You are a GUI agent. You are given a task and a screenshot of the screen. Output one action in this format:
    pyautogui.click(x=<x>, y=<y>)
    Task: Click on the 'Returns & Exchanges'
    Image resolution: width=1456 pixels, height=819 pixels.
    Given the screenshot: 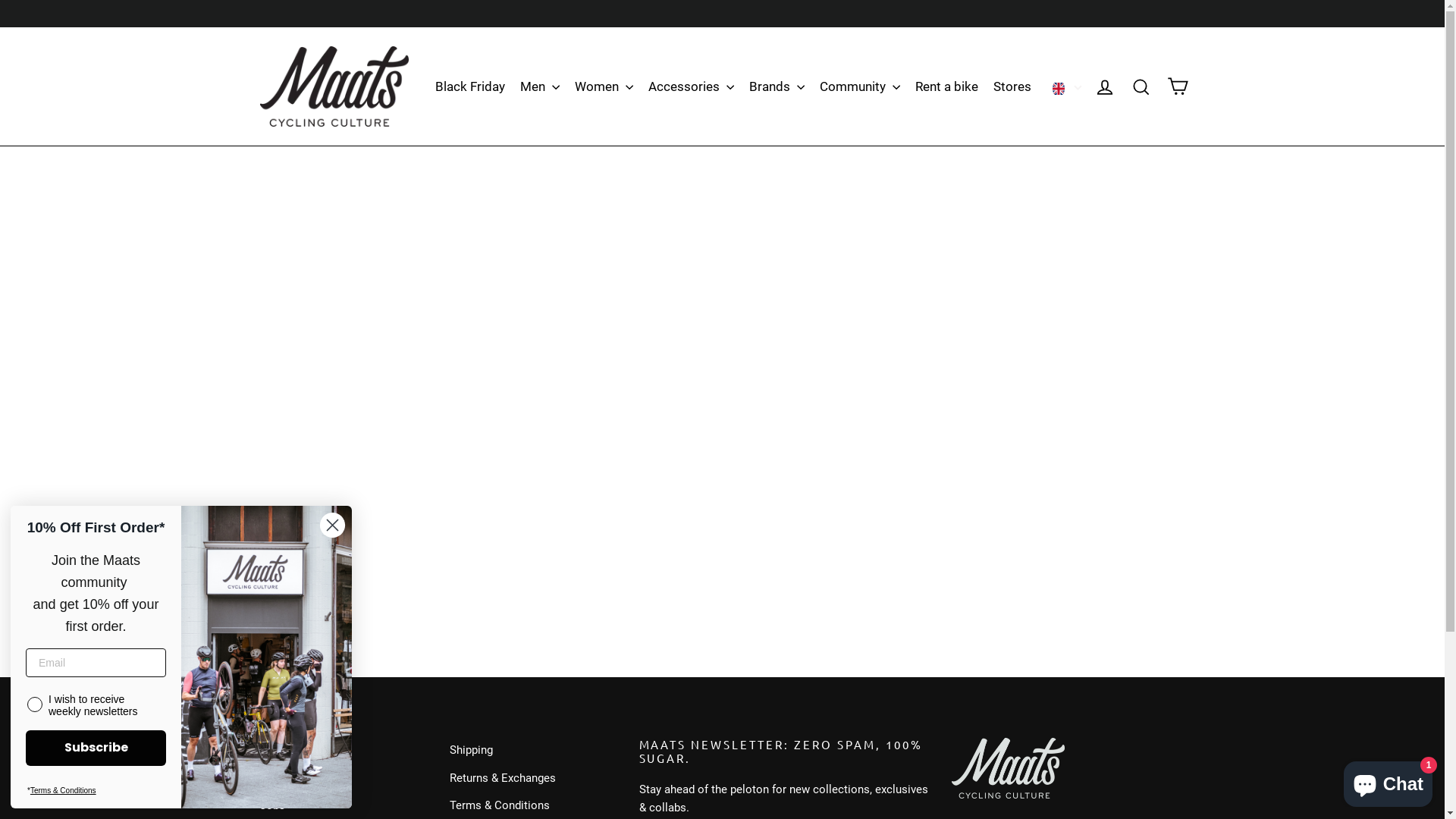 What is the action you would take?
    pyautogui.click(x=532, y=778)
    